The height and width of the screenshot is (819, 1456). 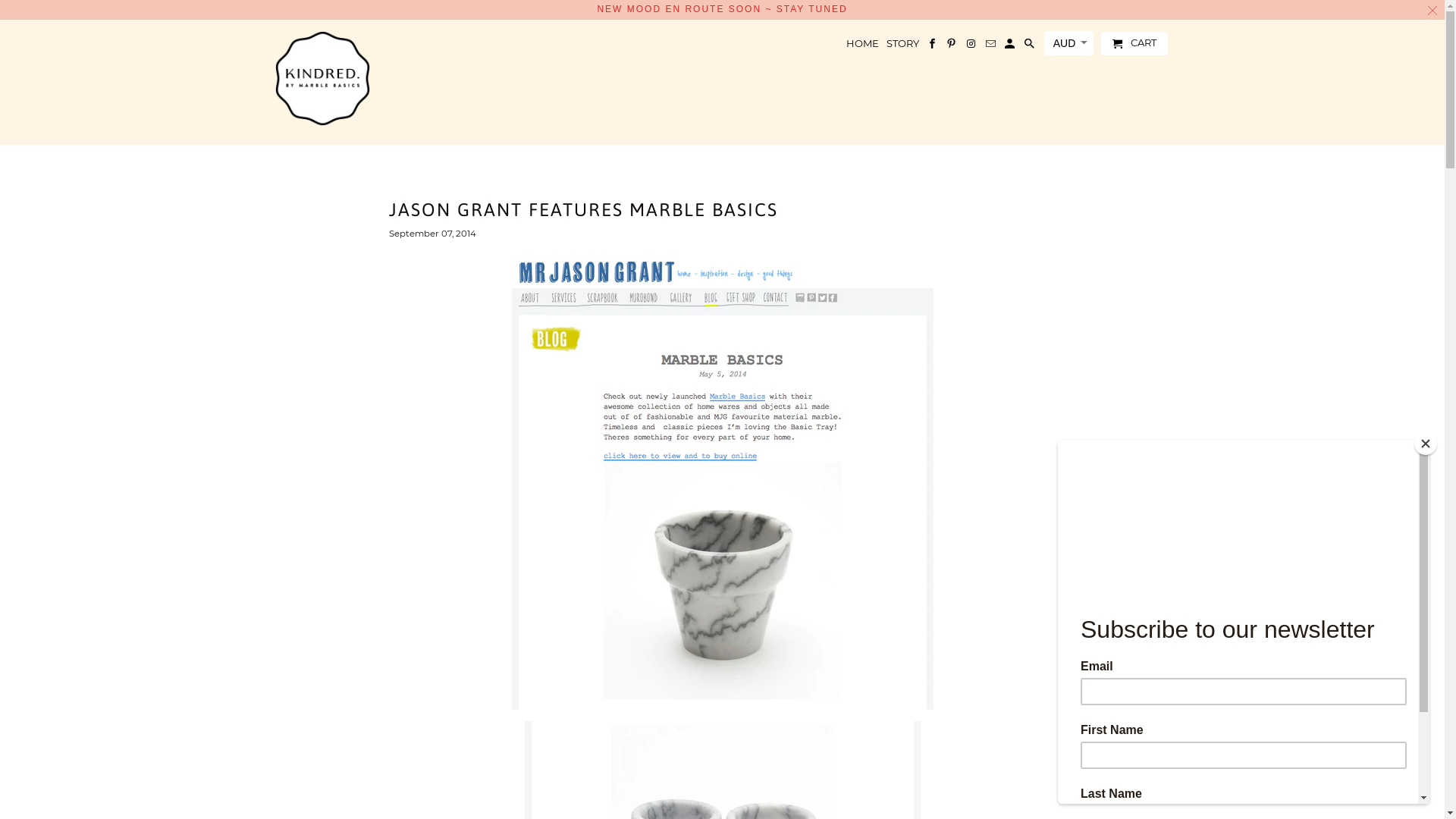 I want to click on 'My Account ', so click(x=1011, y=45).